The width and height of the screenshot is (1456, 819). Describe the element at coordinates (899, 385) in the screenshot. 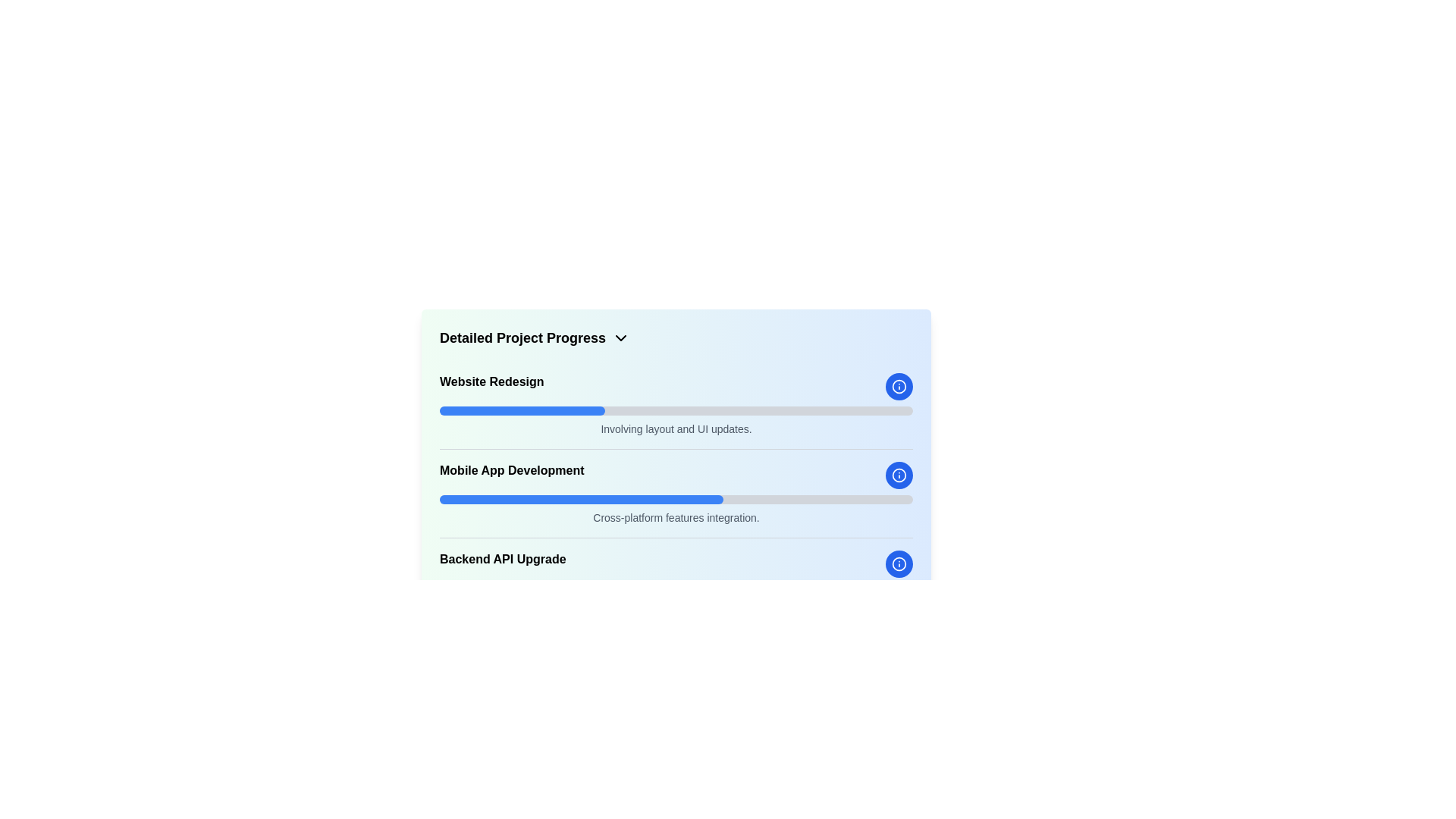

I see `the Information icon button located` at that location.